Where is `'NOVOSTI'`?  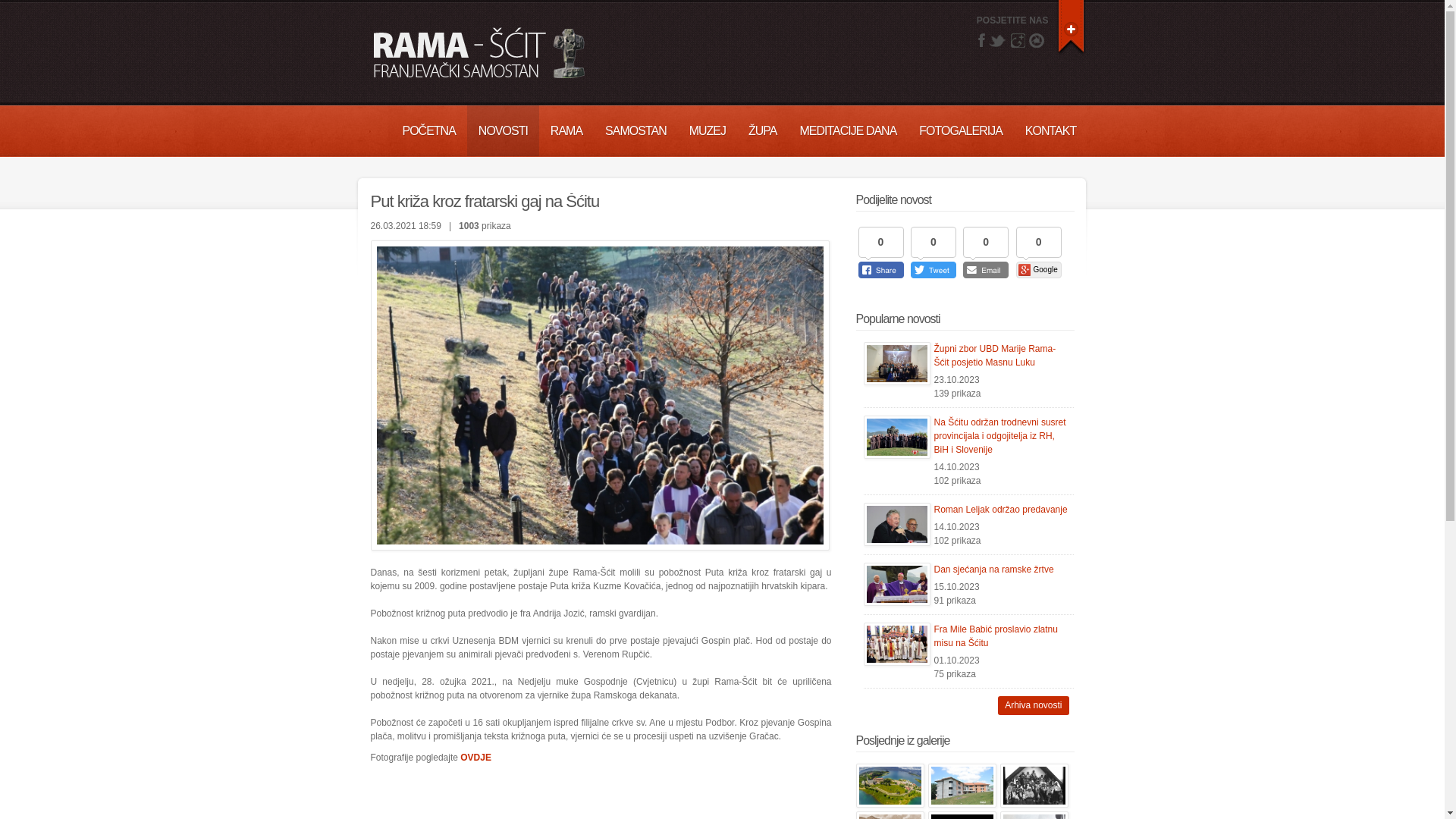 'NOVOSTI' is located at coordinates (503, 130).